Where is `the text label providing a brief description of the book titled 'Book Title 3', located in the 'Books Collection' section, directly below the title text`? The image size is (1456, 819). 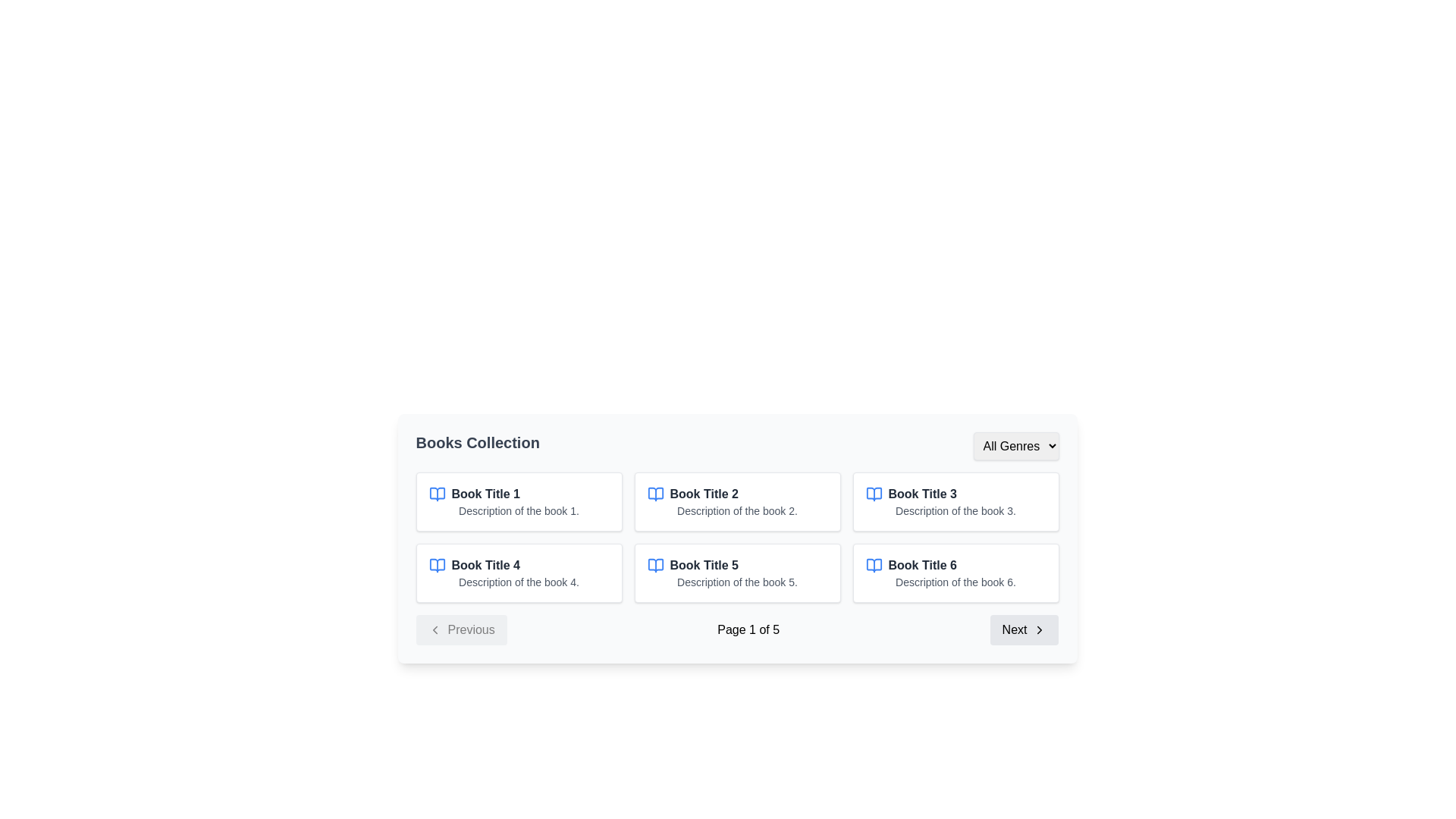
the text label providing a brief description of the book titled 'Book Title 3', located in the 'Books Collection' section, directly below the title text is located at coordinates (955, 511).